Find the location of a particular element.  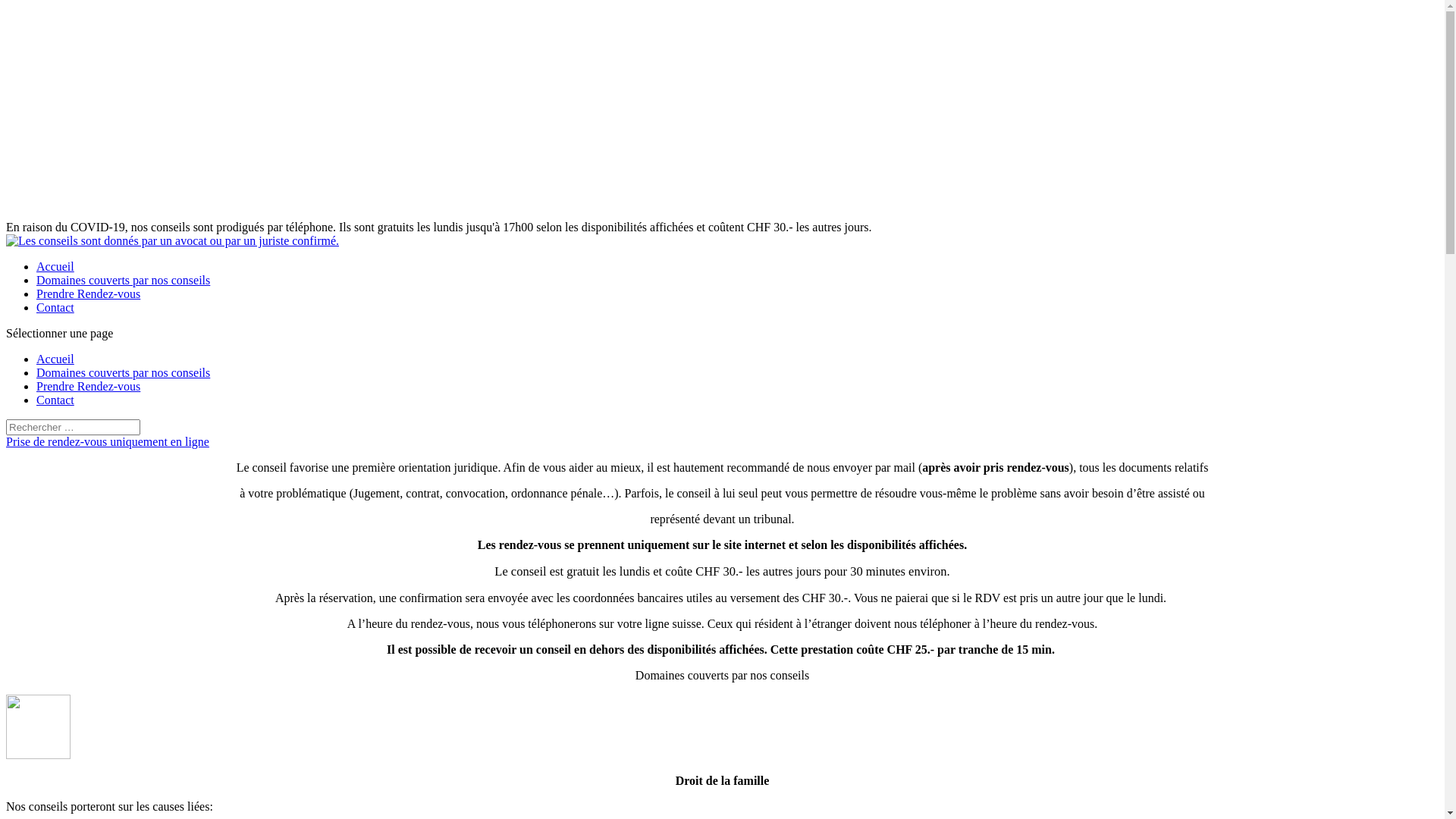

'Domaines couverts par nos conseils' is located at coordinates (123, 372).